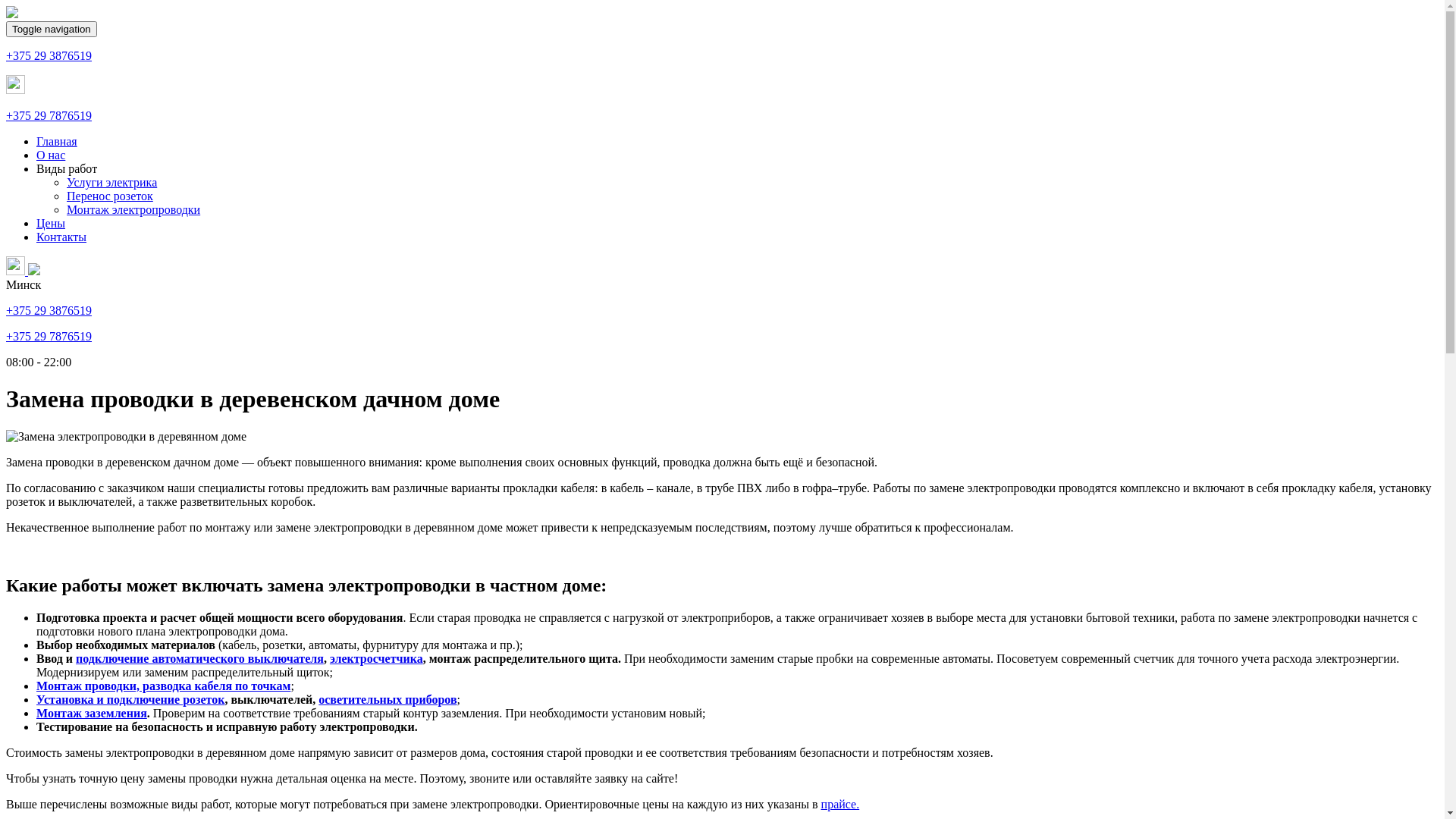 This screenshot has width=1456, height=819. I want to click on '+375 29 7876519', so click(6, 115).